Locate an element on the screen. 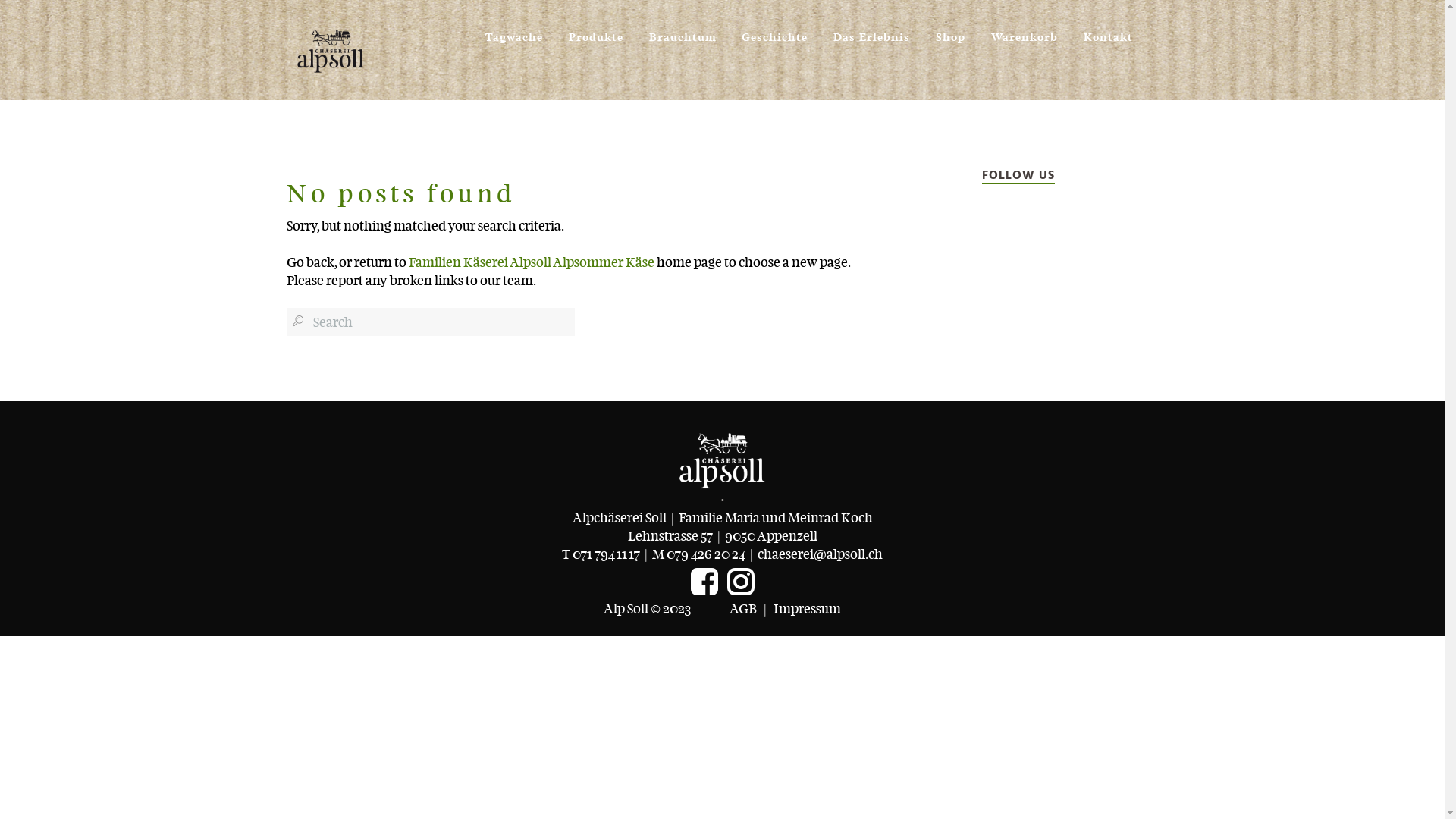 This screenshot has height=819, width=1456. 'Start search' is located at coordinates (297, 320).